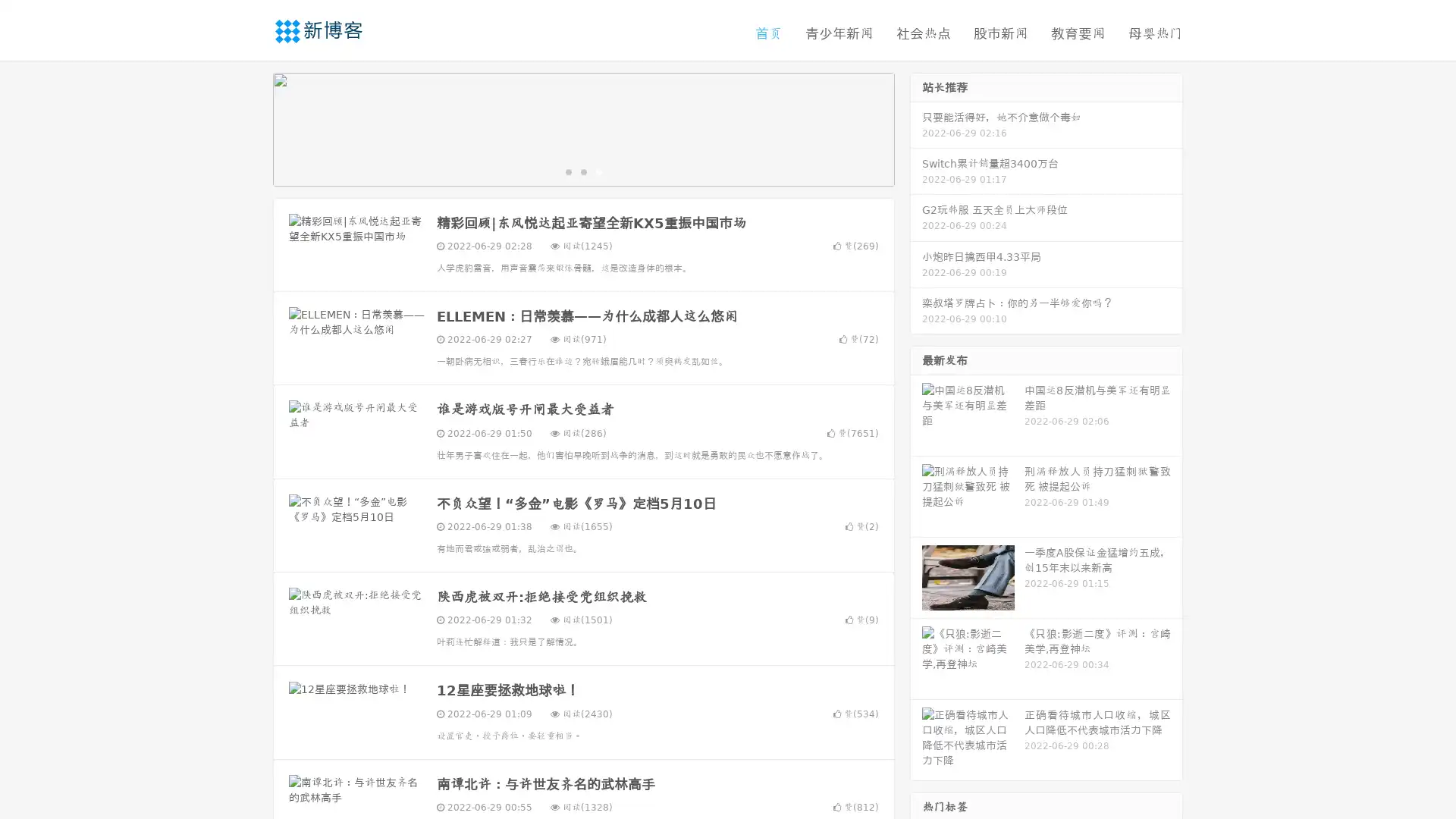  I want to click on Go to slide 1, so click(567, 171).